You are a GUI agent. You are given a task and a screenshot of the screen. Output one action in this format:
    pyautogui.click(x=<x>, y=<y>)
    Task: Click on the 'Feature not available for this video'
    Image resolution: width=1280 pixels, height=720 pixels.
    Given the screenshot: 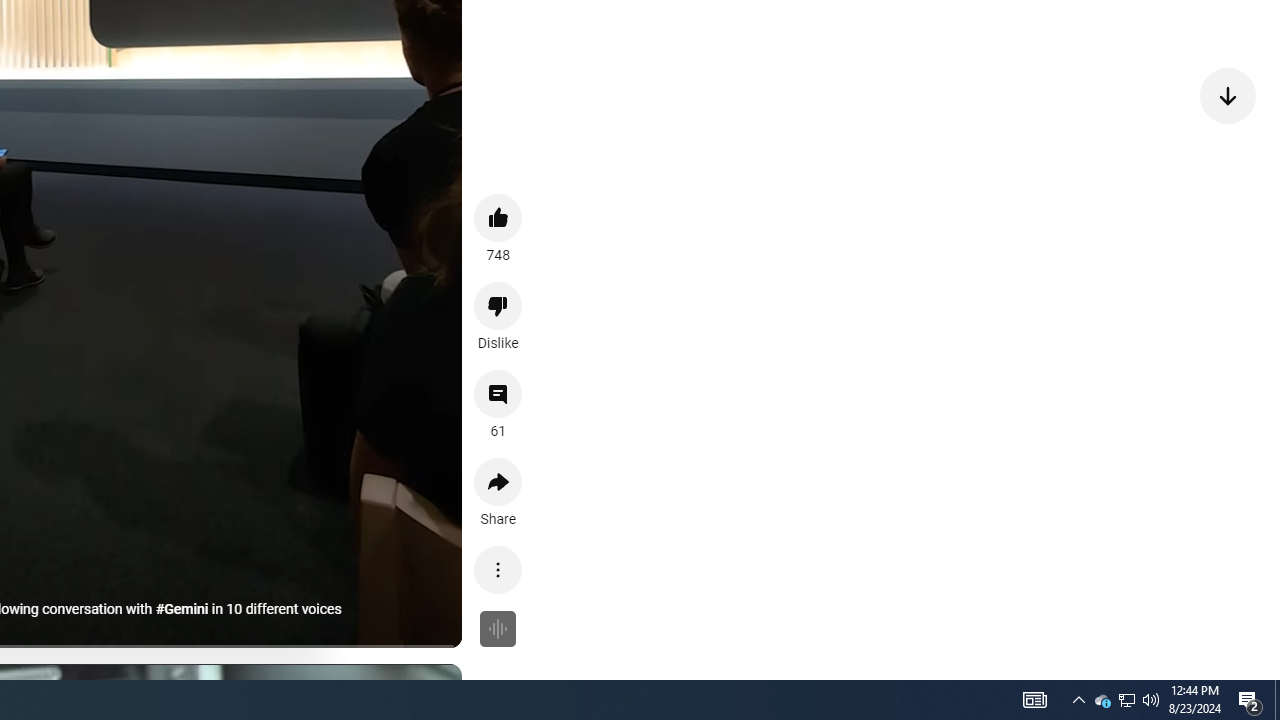 What is the action you would take?
    pyautogui.click(x=498, y=627)
    